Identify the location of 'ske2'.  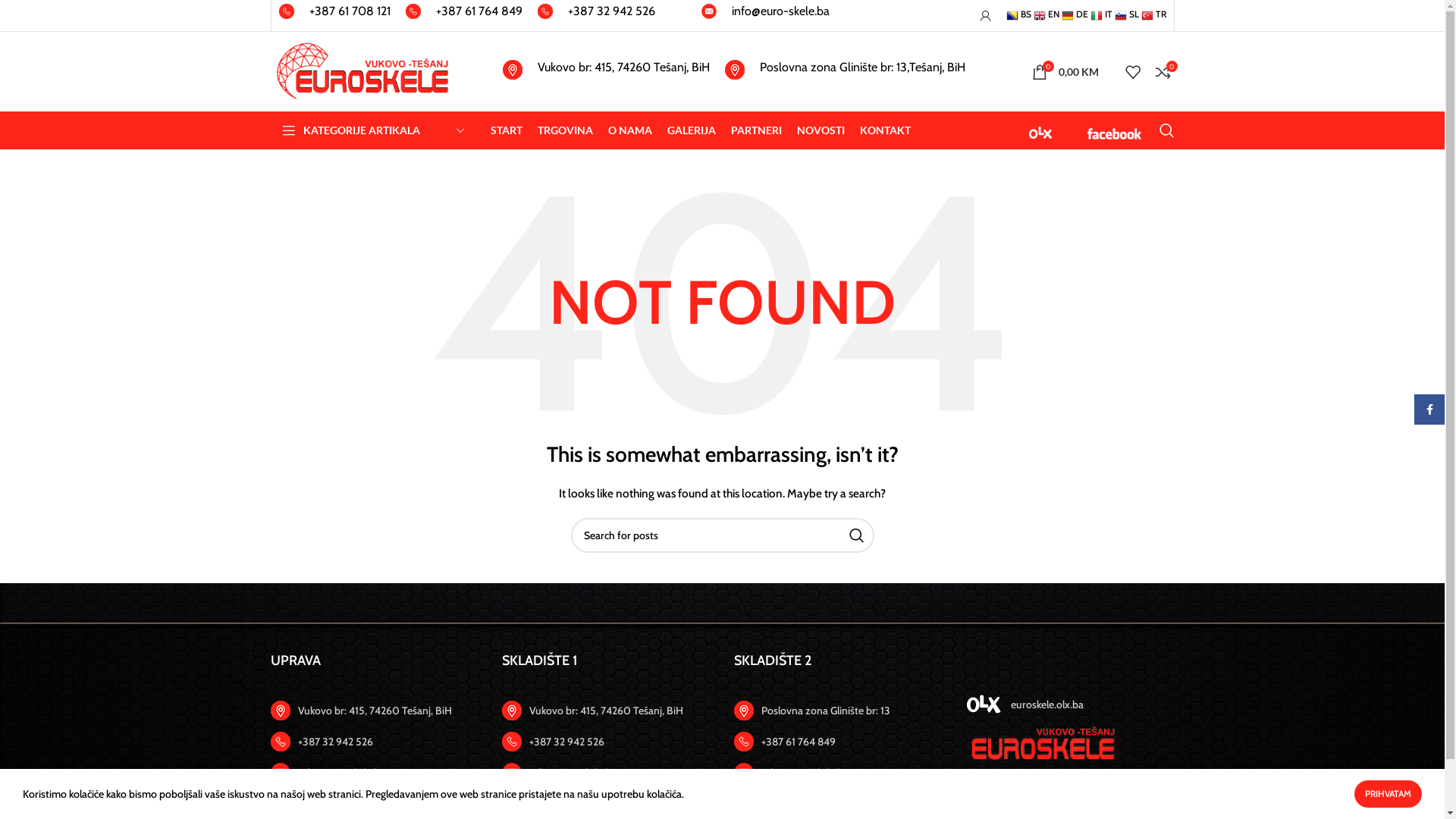
(1040, 743).